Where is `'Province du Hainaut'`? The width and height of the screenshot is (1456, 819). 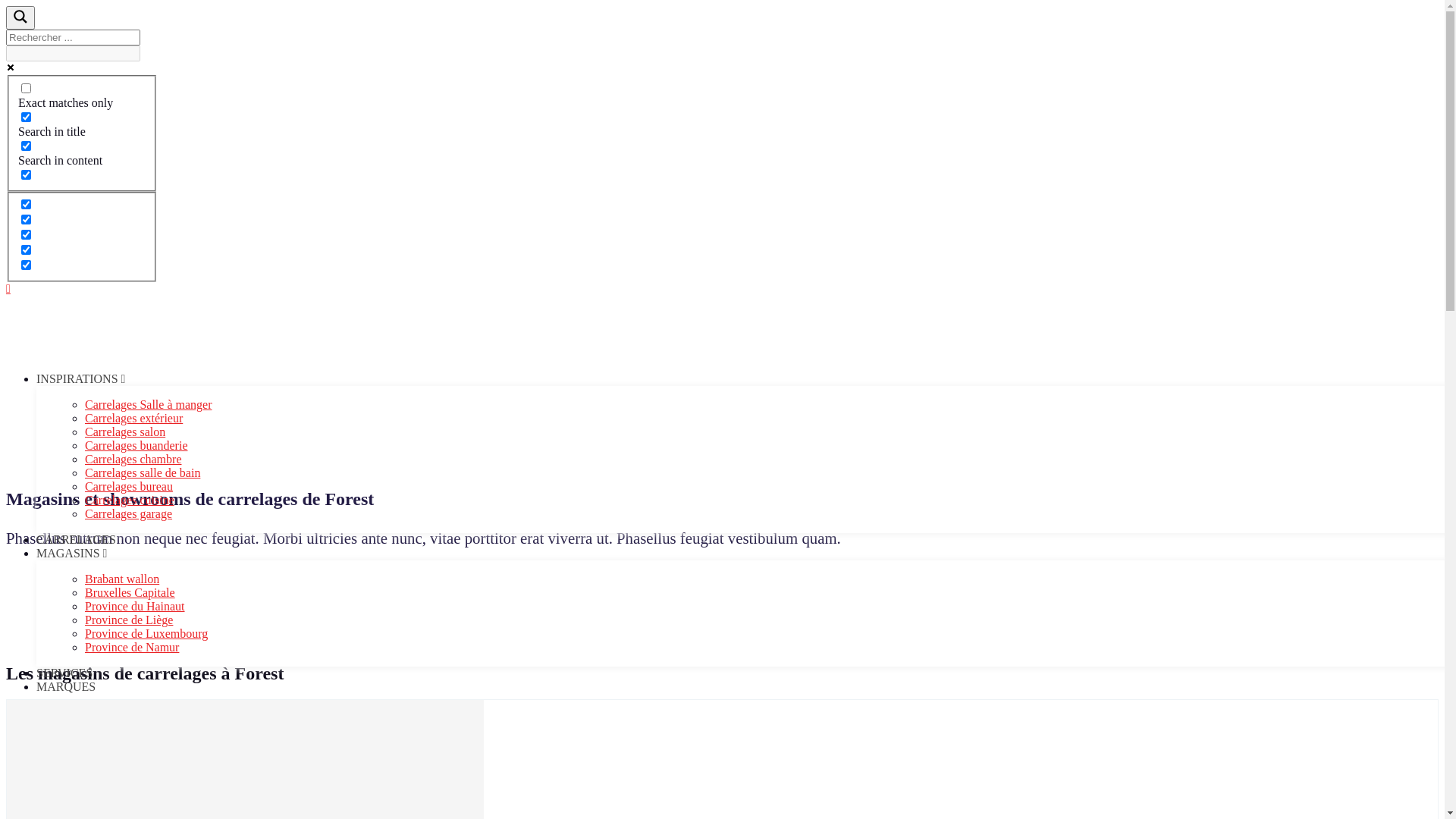
'Province du Hainaut' is located at coordinates (83, 605).